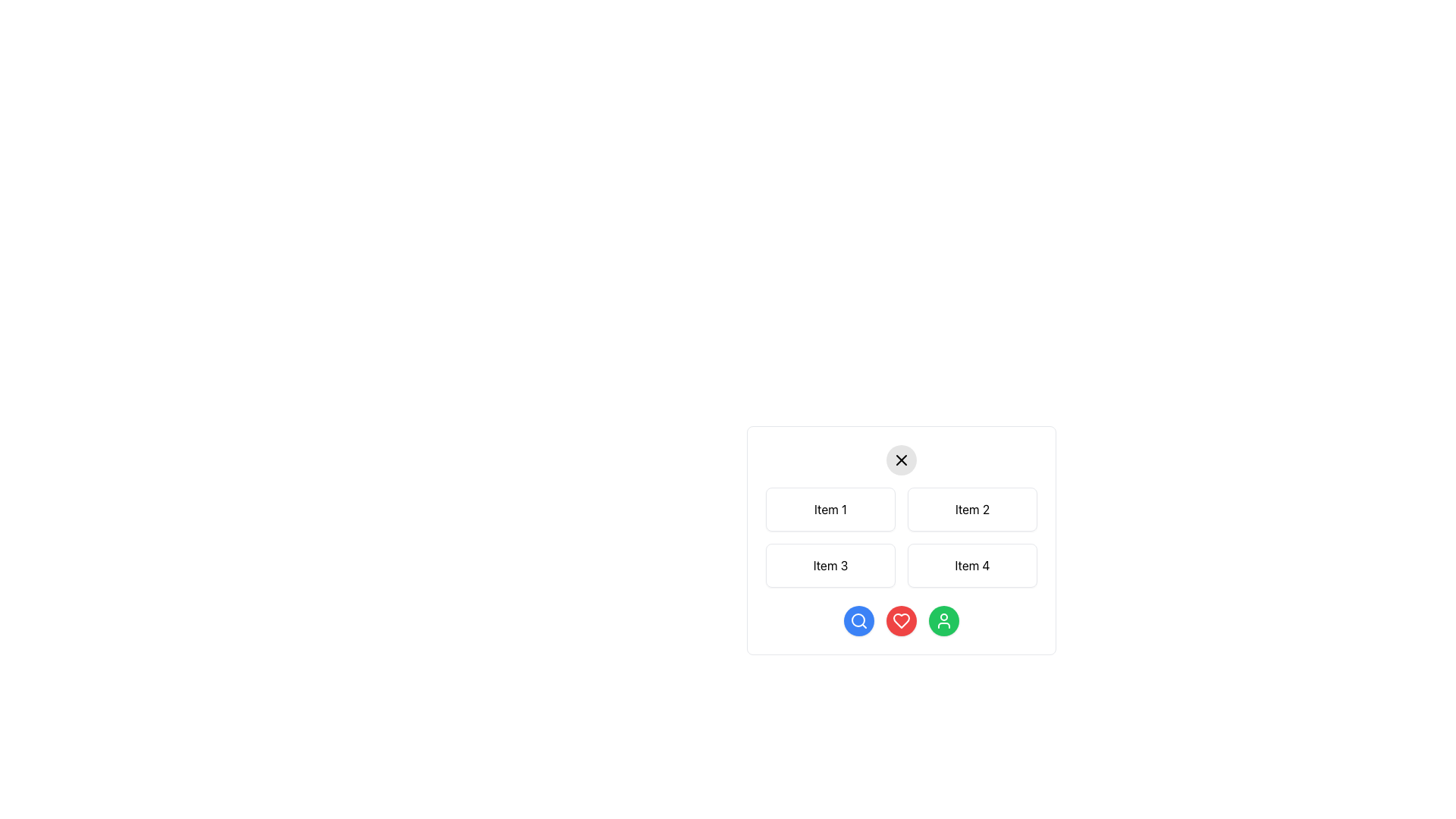  Describe the element at coordinates (943, 620) in the screenshot. I see `the user silhouette icon button with a green circular background` at that location.